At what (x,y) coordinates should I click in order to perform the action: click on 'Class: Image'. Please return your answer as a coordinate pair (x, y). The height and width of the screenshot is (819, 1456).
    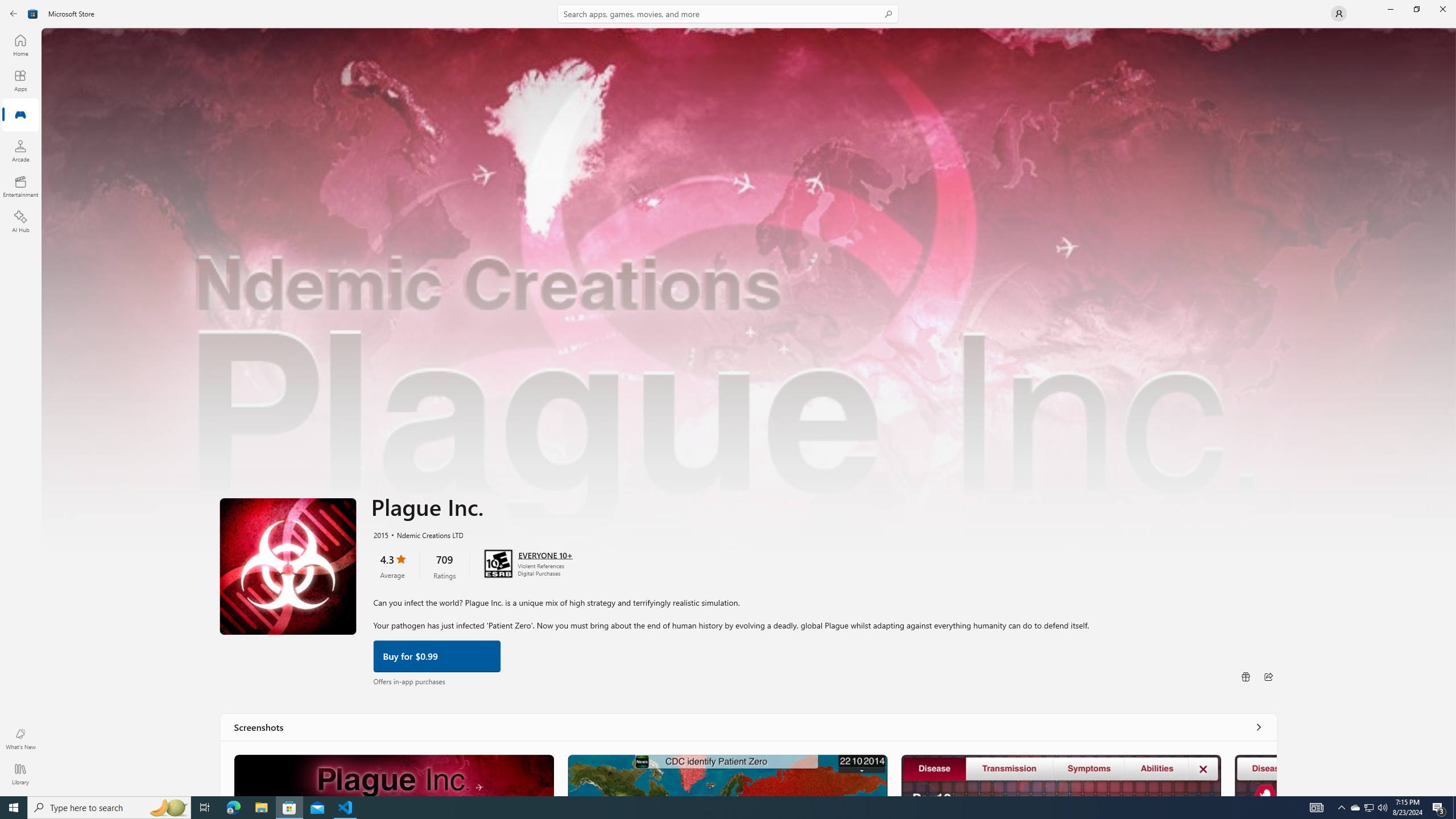
    Looking at the image, I should click on (32, 13).